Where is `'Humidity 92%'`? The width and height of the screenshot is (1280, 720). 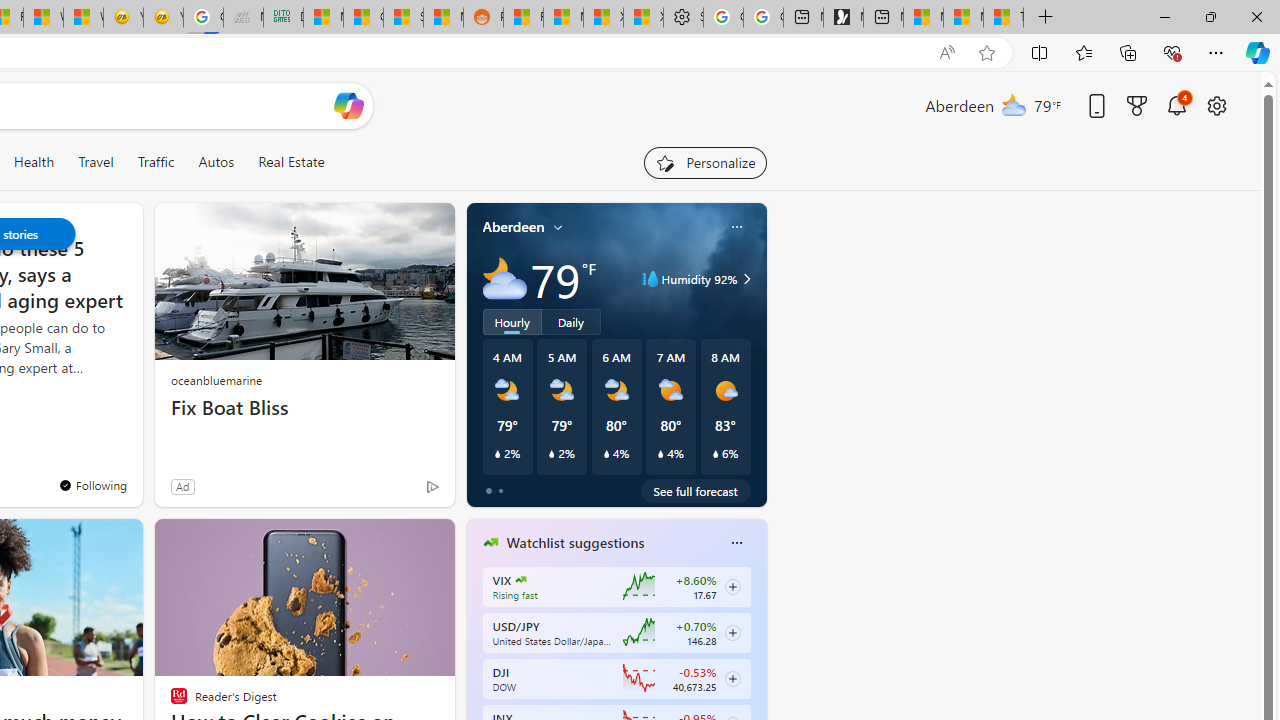 'Humidity 92%' is located at coordinates (743, 279).